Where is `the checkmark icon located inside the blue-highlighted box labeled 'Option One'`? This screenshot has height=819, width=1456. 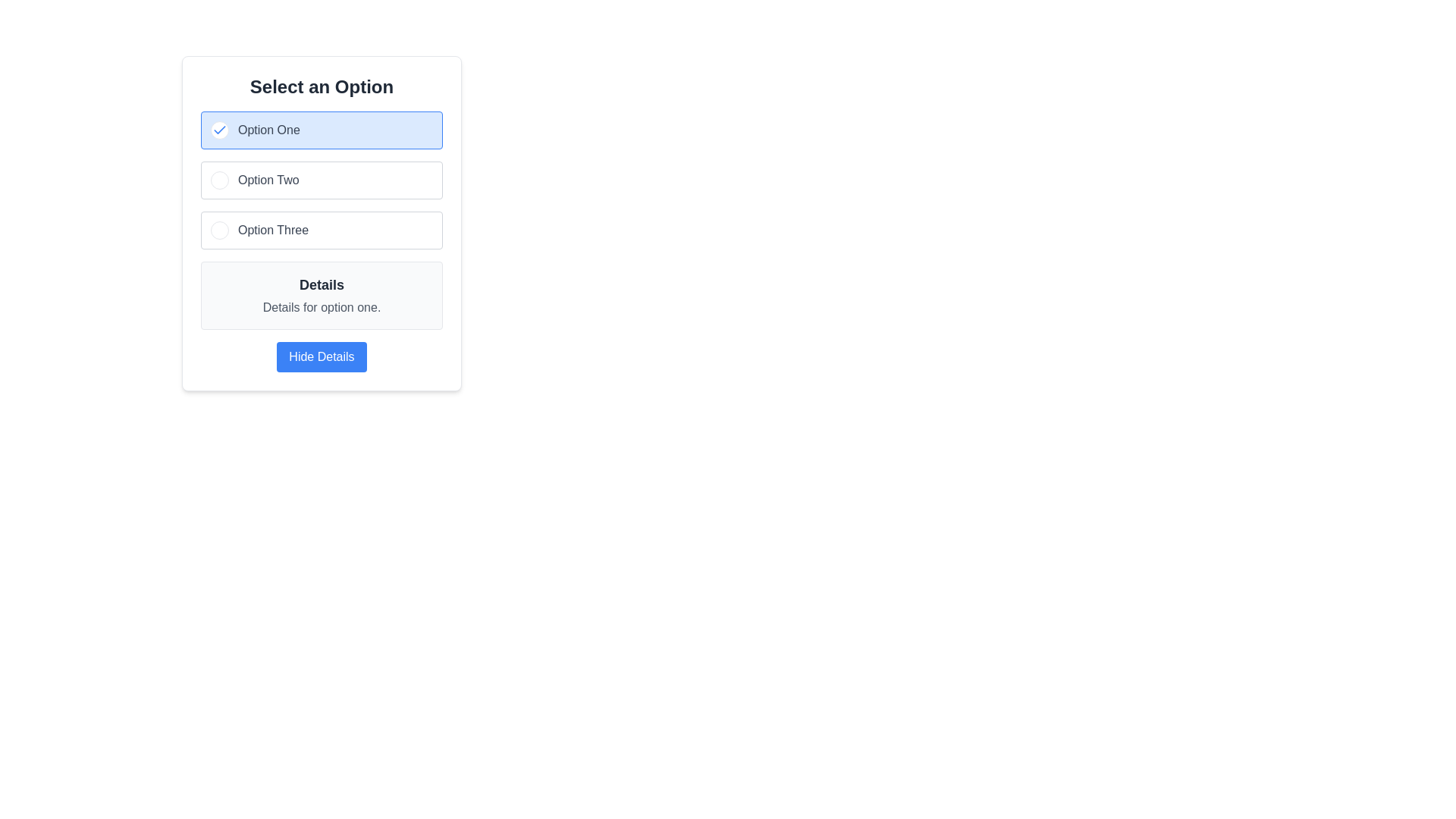 the checkmark icon located inside the blue-highlighted box labeled 'Option One' is located at coordinates (218, 128).